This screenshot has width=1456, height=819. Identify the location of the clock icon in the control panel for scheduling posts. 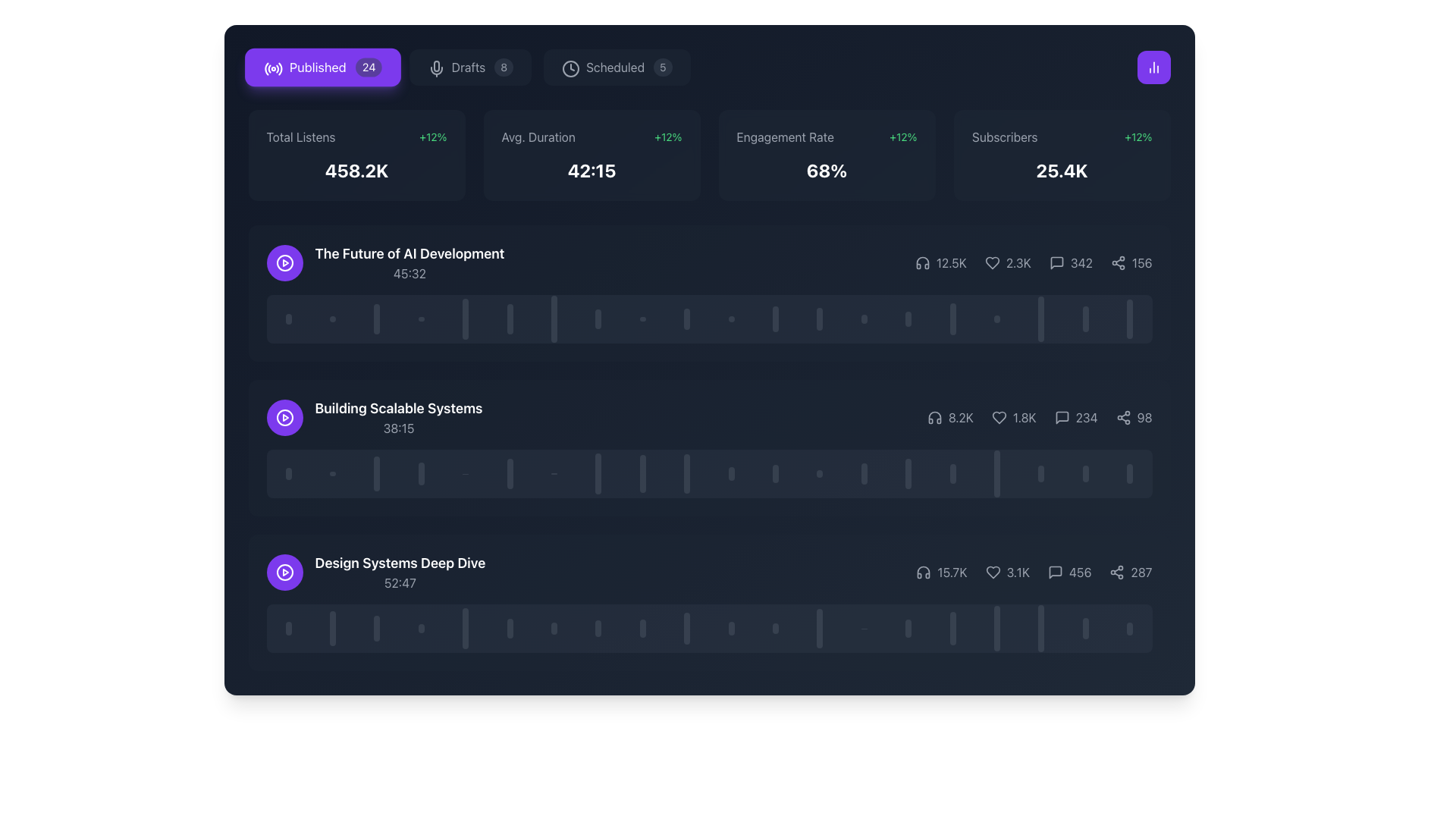
(570, 69).